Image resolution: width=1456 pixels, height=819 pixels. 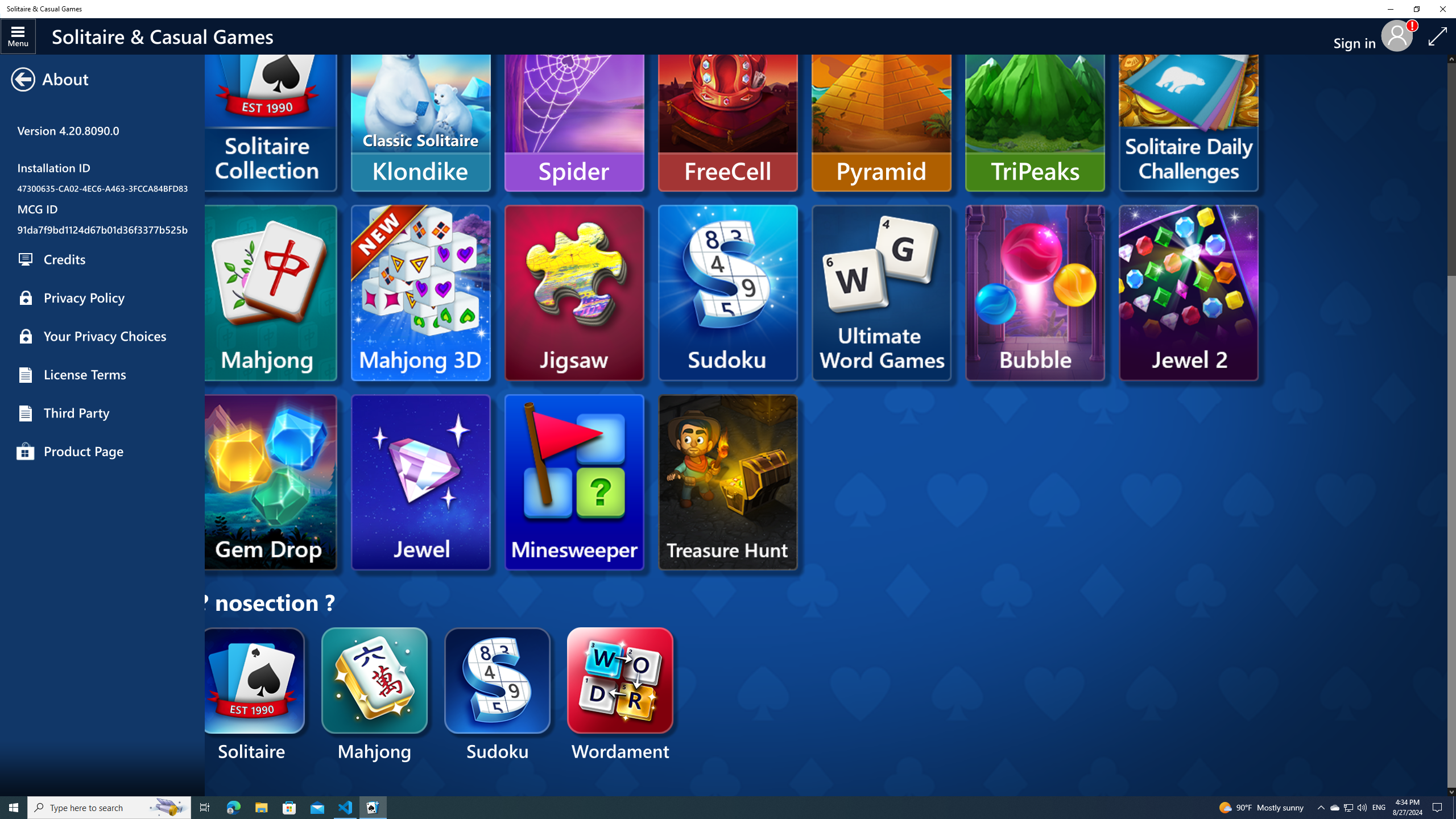 I want to click on 'Microsoft UWG', so click(x=881, y=292).